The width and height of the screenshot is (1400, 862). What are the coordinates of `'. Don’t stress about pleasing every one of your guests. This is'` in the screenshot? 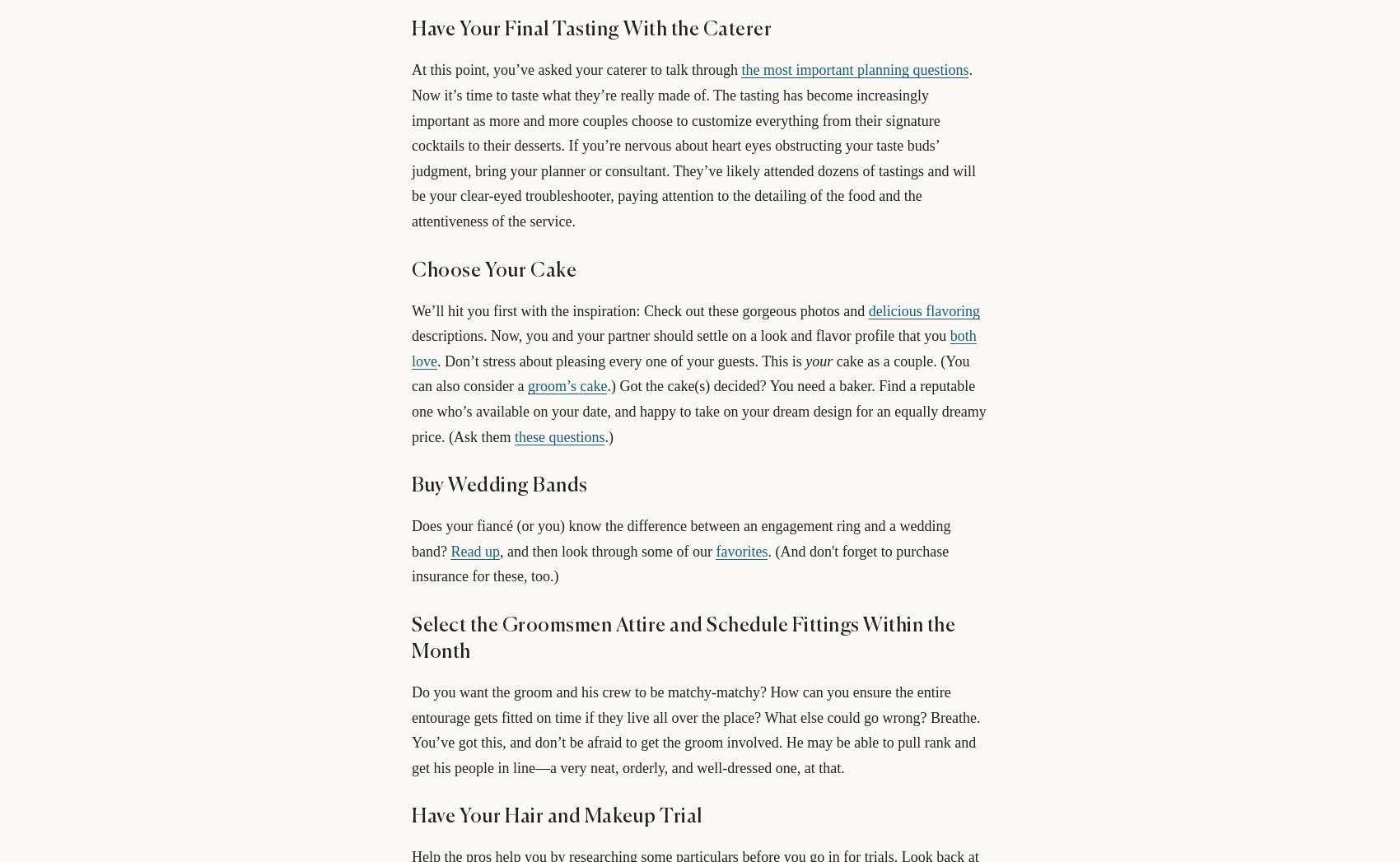 It's located at (620, 360).